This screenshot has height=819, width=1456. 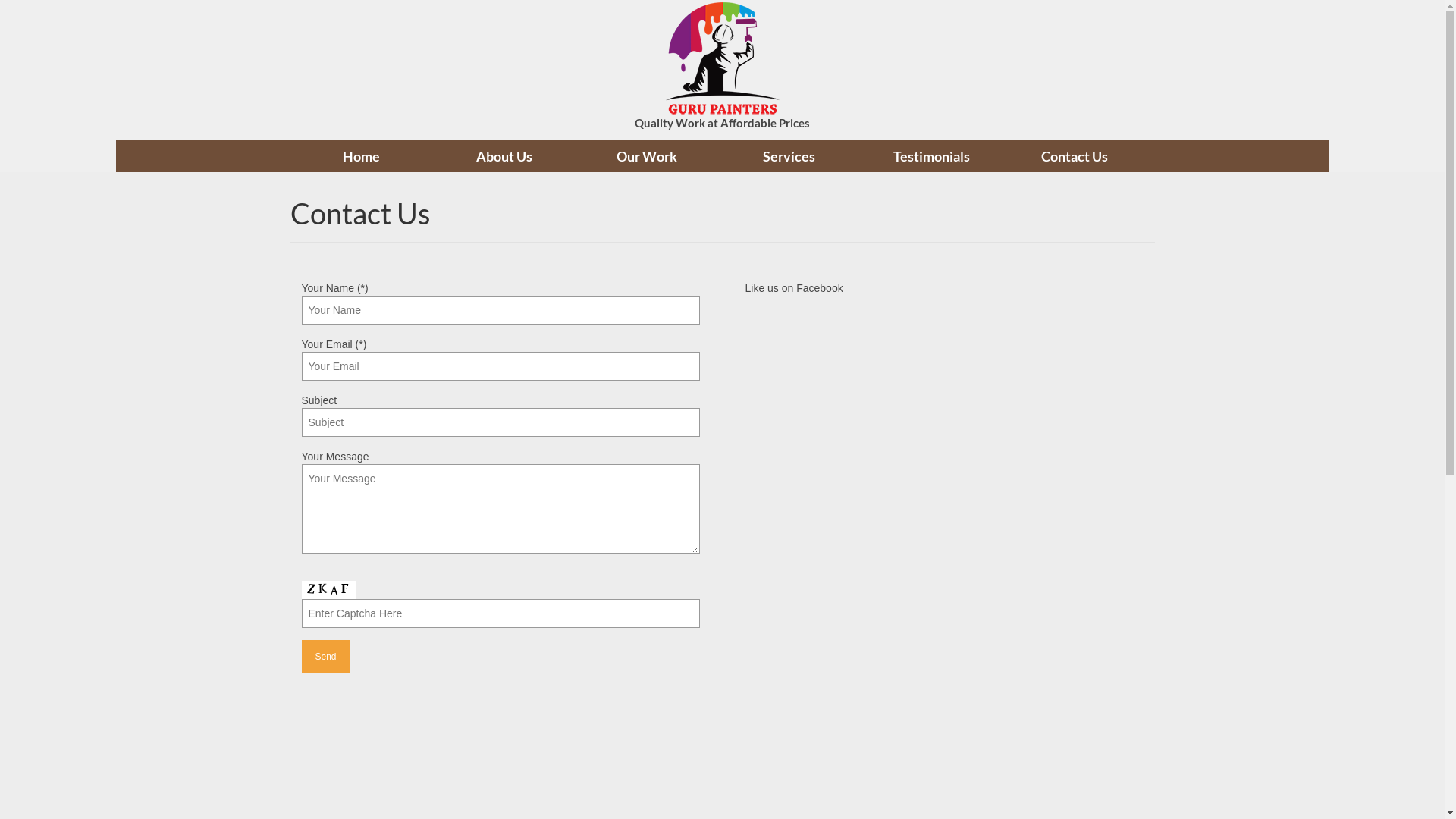 I want to click on 'Our Work', so click(x=574, y=155).